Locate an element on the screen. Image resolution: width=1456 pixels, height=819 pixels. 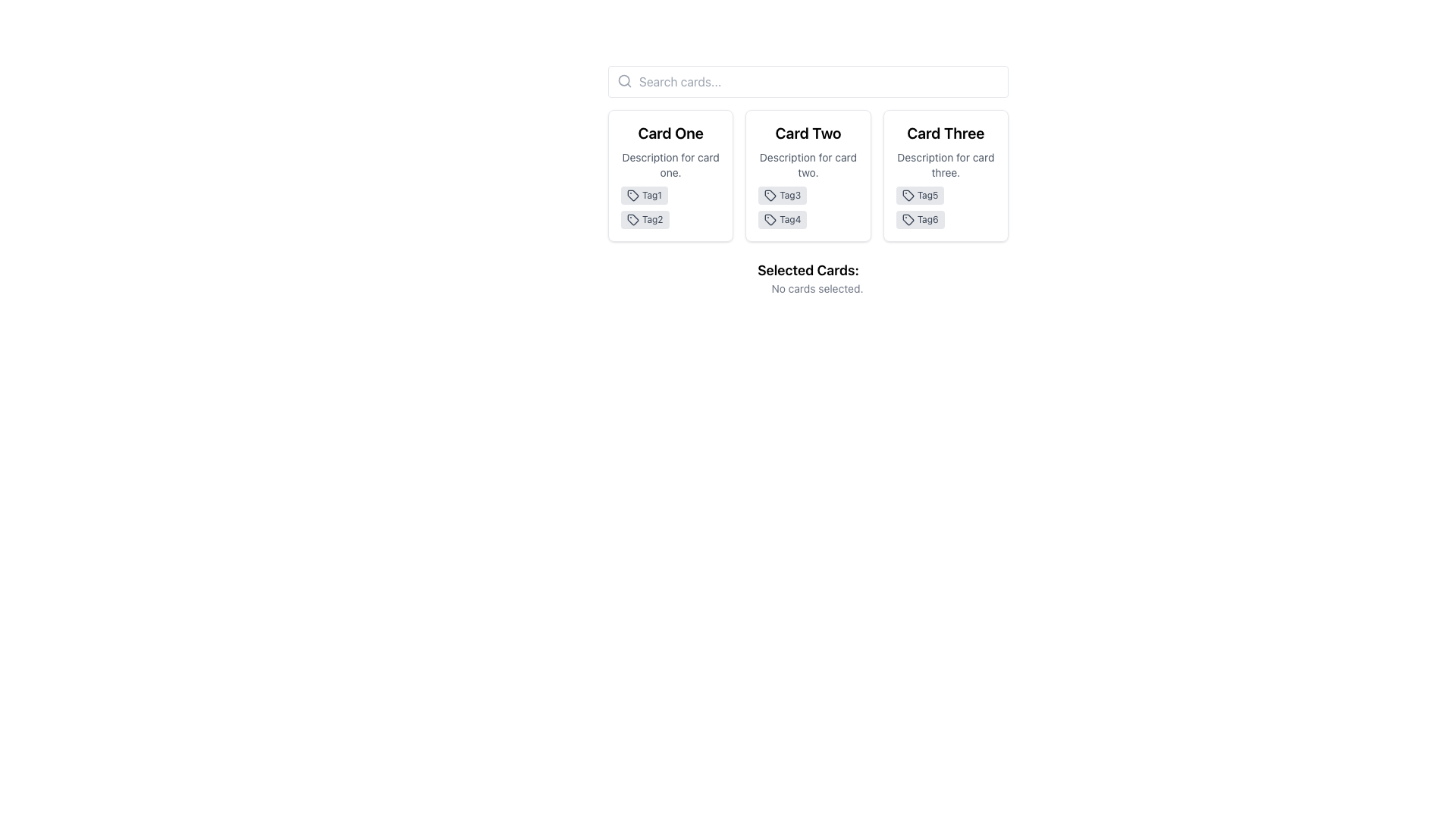
the status message text indicating that no cards are currently selected, which is located under the 'Selected Cards:' label is located at coordinates (807, 289).